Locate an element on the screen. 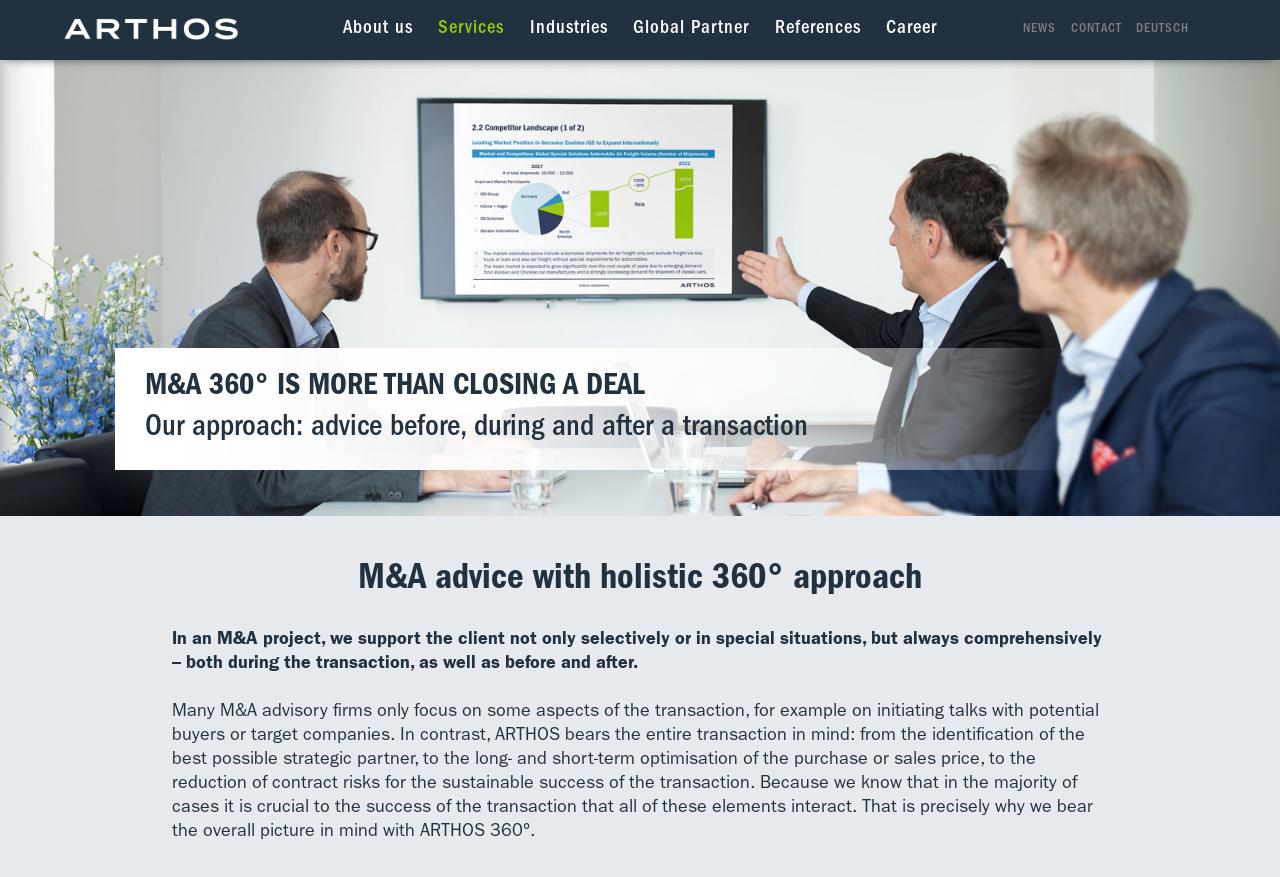 The image size is (1280, 877). 'In an M&A project, we support the client not only selectively or in special situations, but always comprehensively – both during the transaction, as well as before and after.' is located at coordinates (172, 650).